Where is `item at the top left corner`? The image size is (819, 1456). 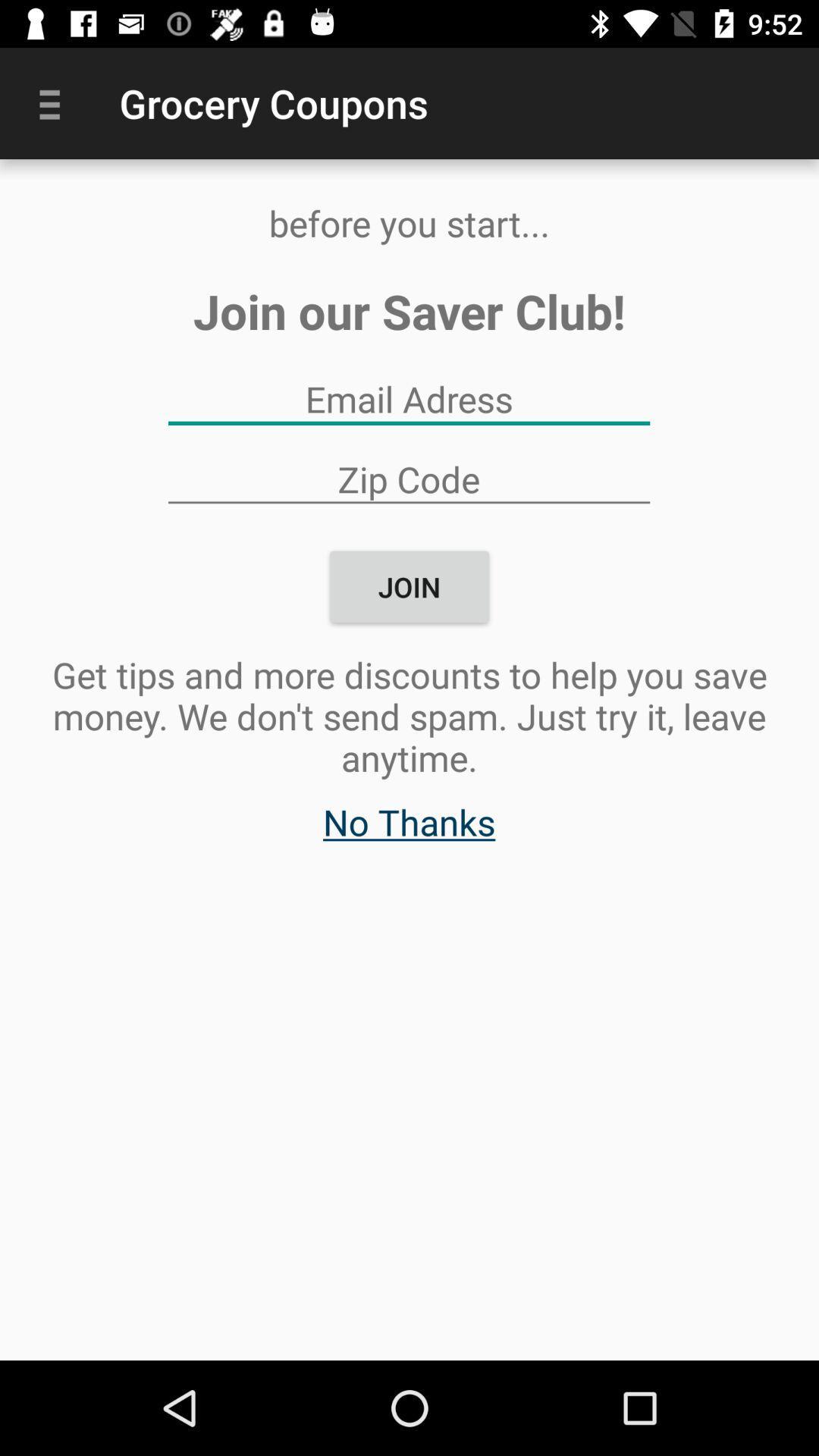
item at the top left corner is located at coordinates (55, 102).